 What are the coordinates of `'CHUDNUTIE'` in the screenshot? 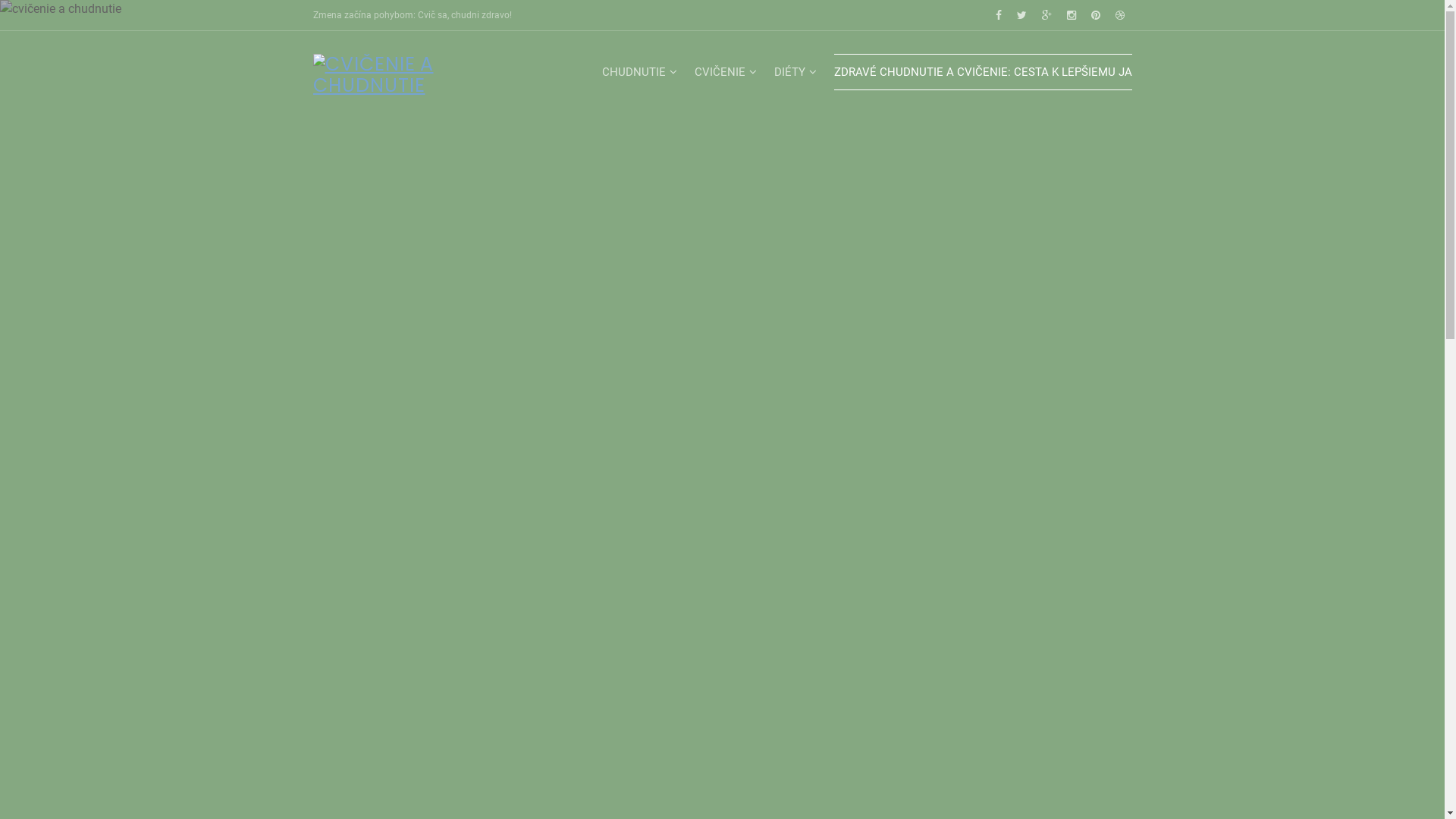 It's located at (601, 72).